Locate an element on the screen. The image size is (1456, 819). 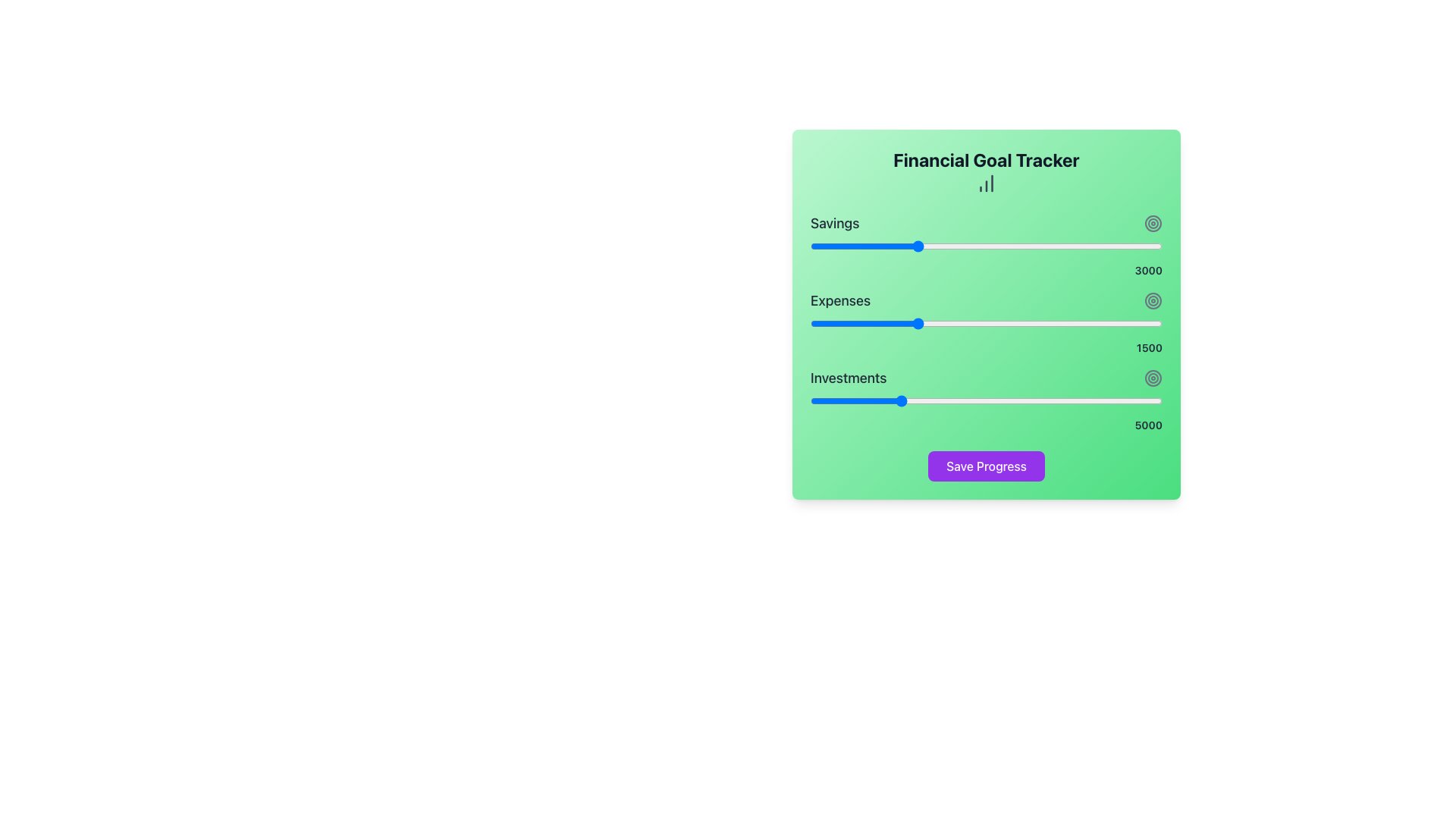
the expenses slider is located at coordinates (956, 323).